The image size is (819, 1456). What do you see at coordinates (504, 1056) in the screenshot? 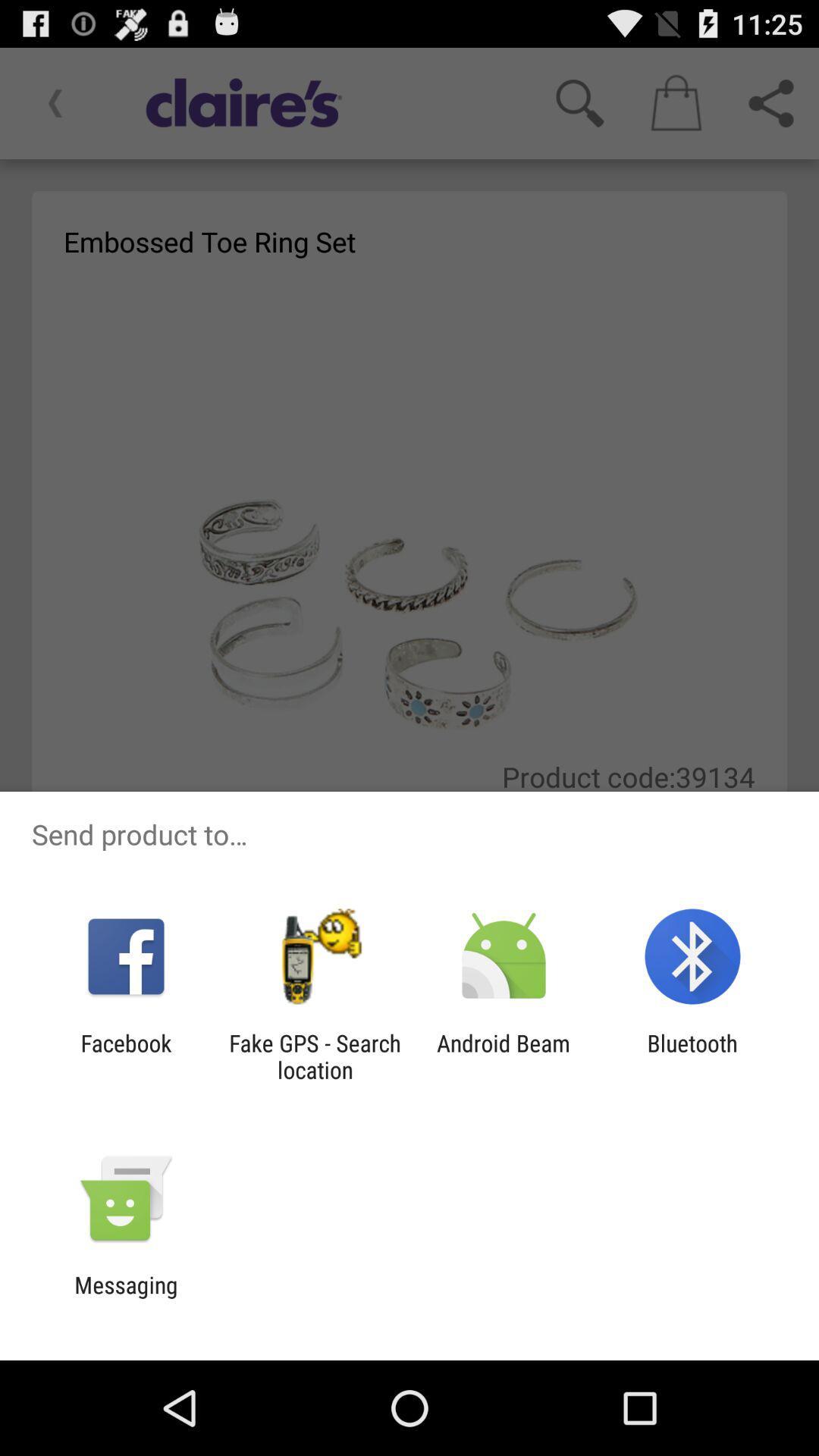
I see `android beam item` at bounding box center [504, 1056].